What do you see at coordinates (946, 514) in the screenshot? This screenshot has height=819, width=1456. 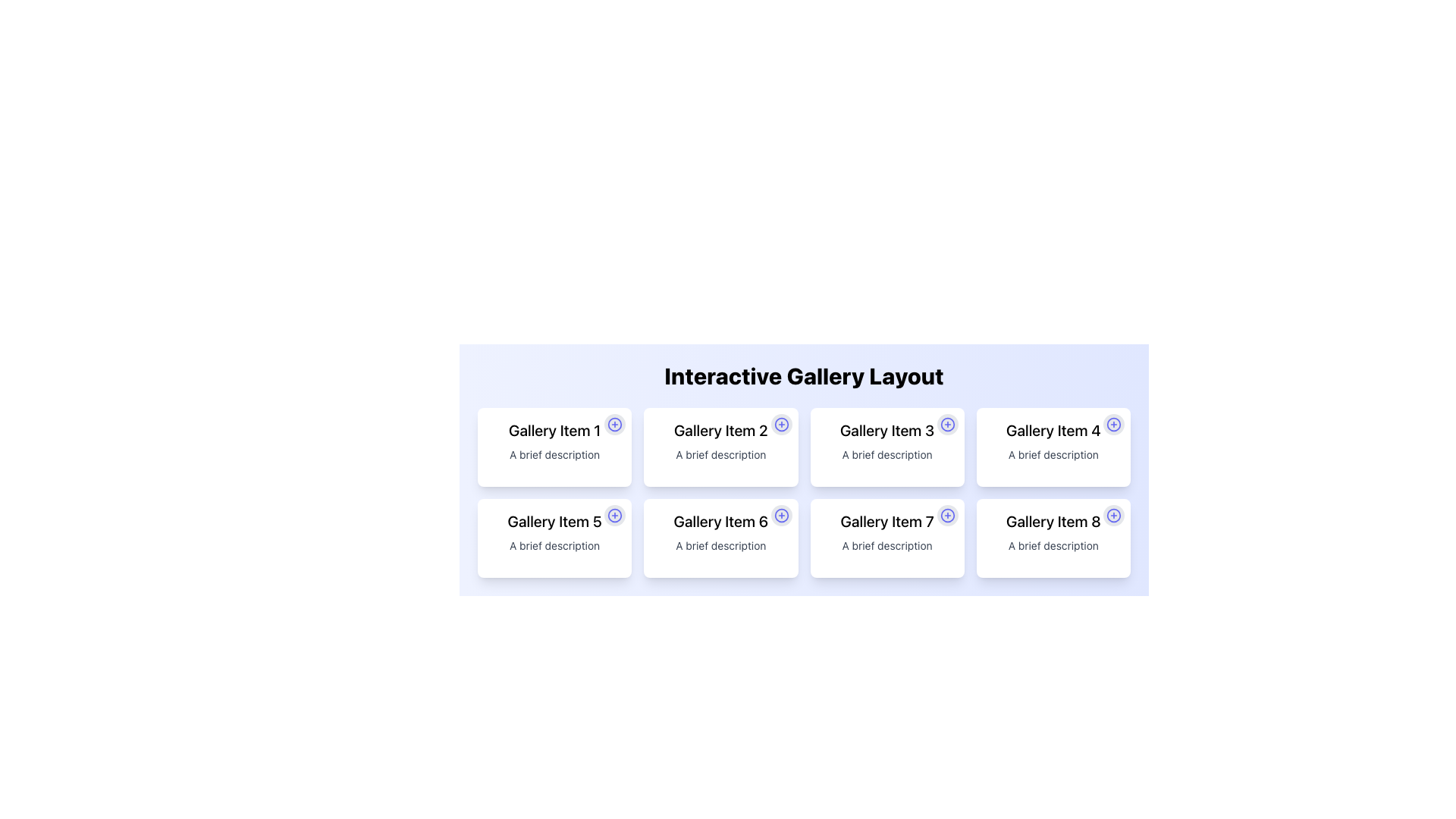 I see `the 'add' or 'plus' icon associated with 'Gallery Item 7', located at the top right corner of the card` at bounding box center [946, 514].